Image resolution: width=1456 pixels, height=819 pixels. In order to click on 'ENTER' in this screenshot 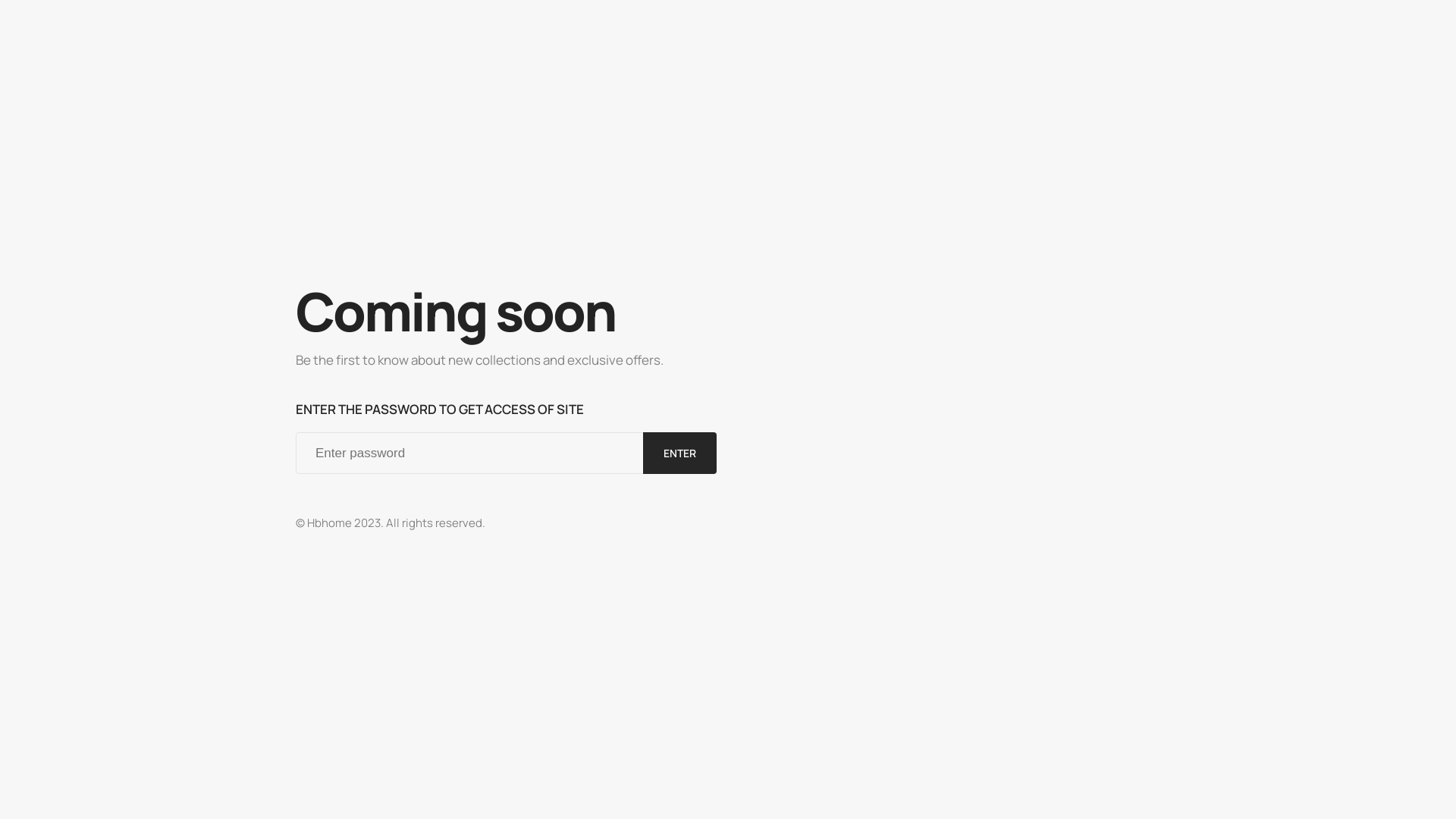, I will do `click(679, 452)`.